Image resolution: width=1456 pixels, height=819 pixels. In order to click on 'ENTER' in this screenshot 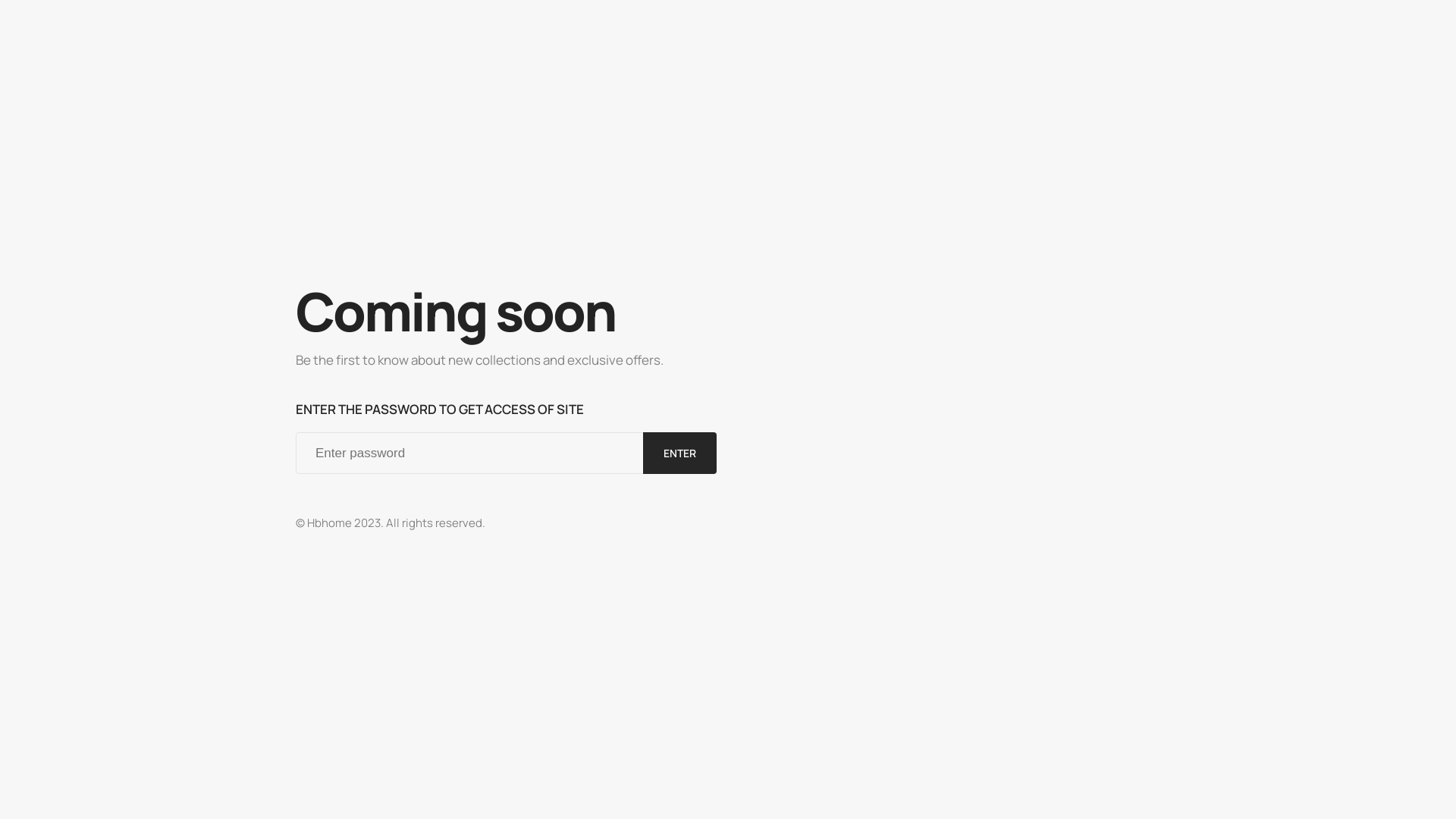, I will do `click(679, 452)`.